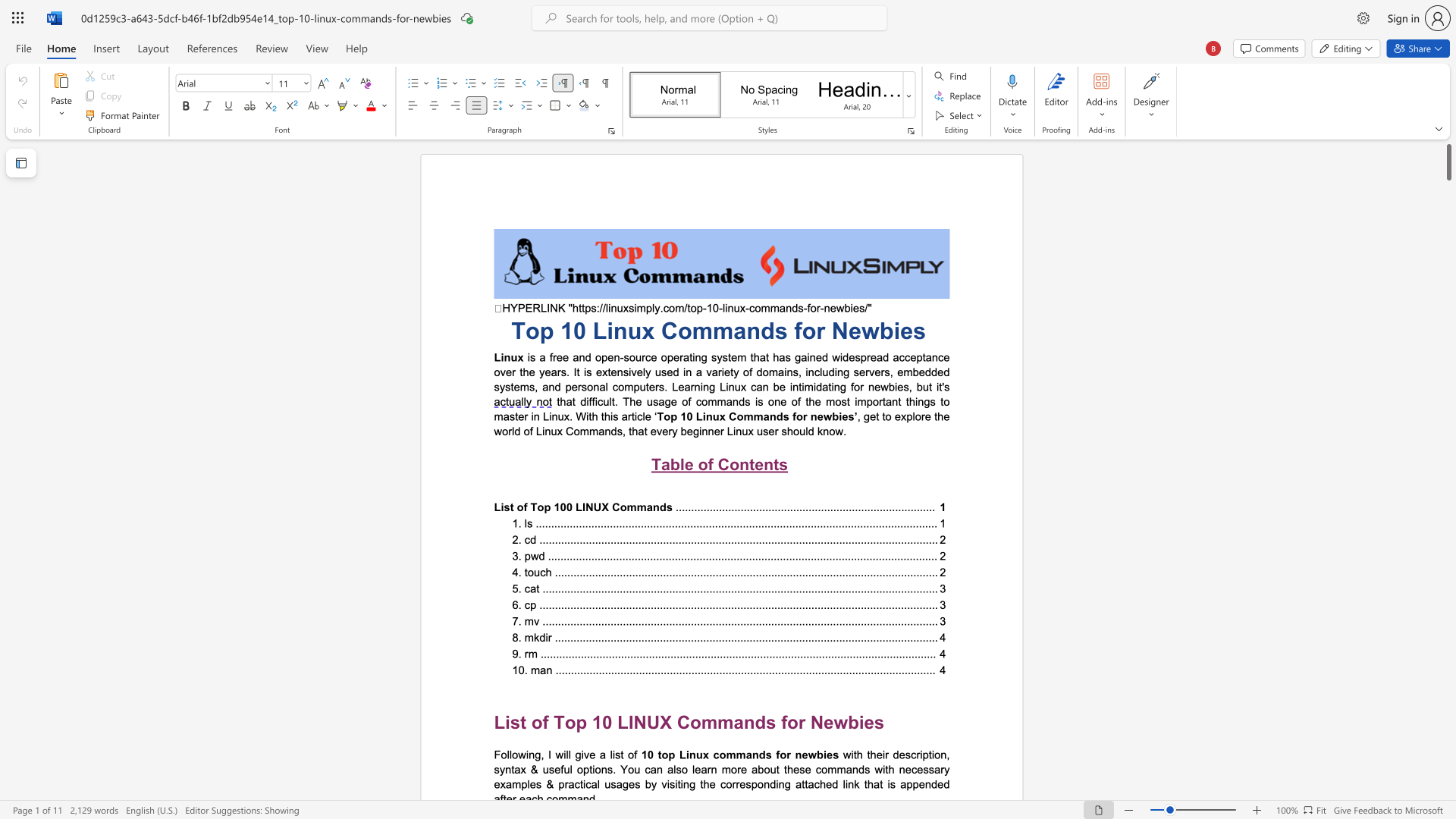 This screenshot has height=819, width=1456. Describe the element at coordinates (535, 755) in the screenshot. I see `the subset text "g, I will giv" within the text "Following, I will give a list of"` at that location.